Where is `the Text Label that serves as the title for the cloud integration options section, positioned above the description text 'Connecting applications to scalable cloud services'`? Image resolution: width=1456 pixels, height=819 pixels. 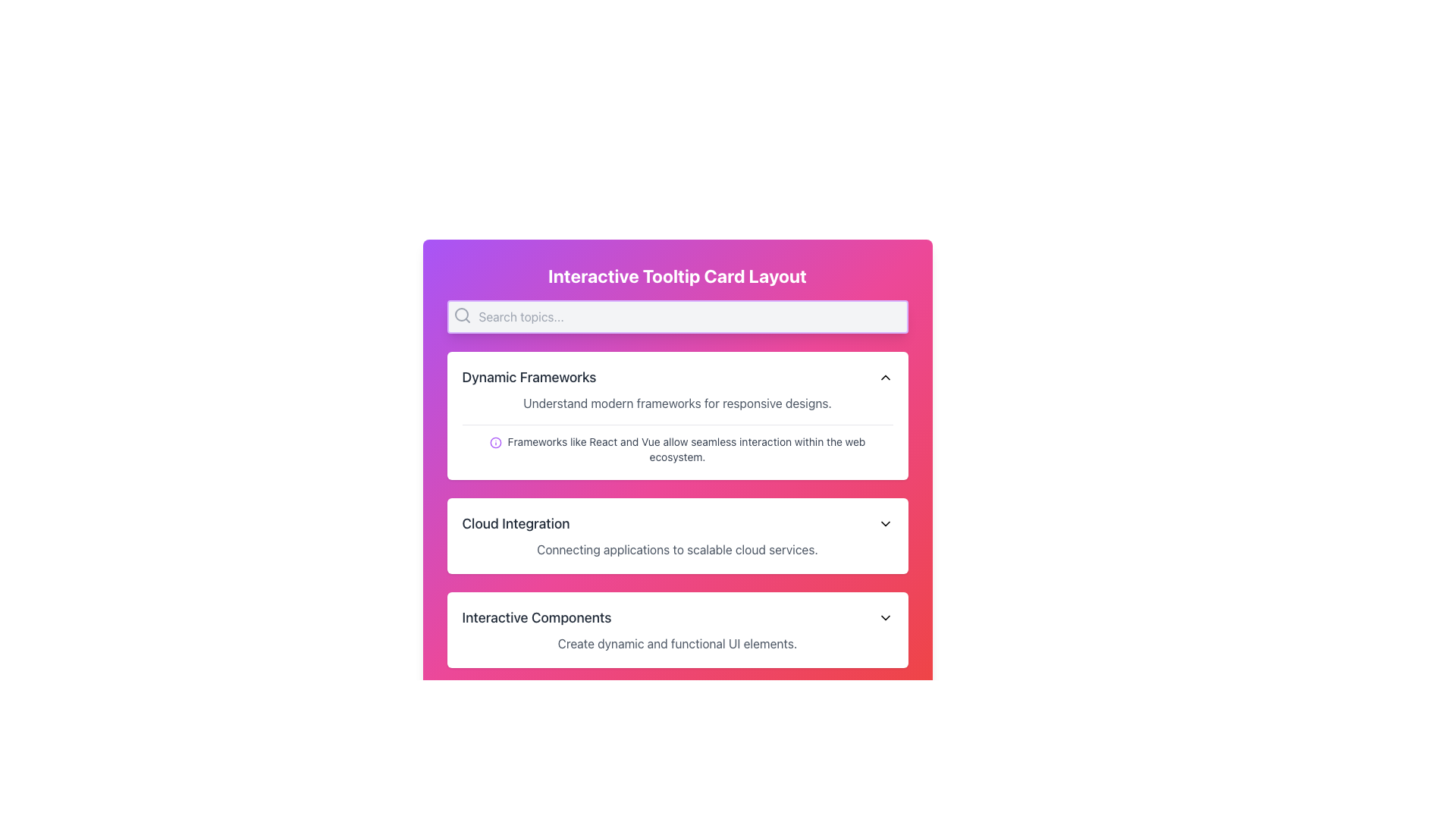
the Text Label that serves as the title for the cloud integration options section, positioned above the description text 'Connecting applications to scalable cloud services' is located at coordinates (516, 522).